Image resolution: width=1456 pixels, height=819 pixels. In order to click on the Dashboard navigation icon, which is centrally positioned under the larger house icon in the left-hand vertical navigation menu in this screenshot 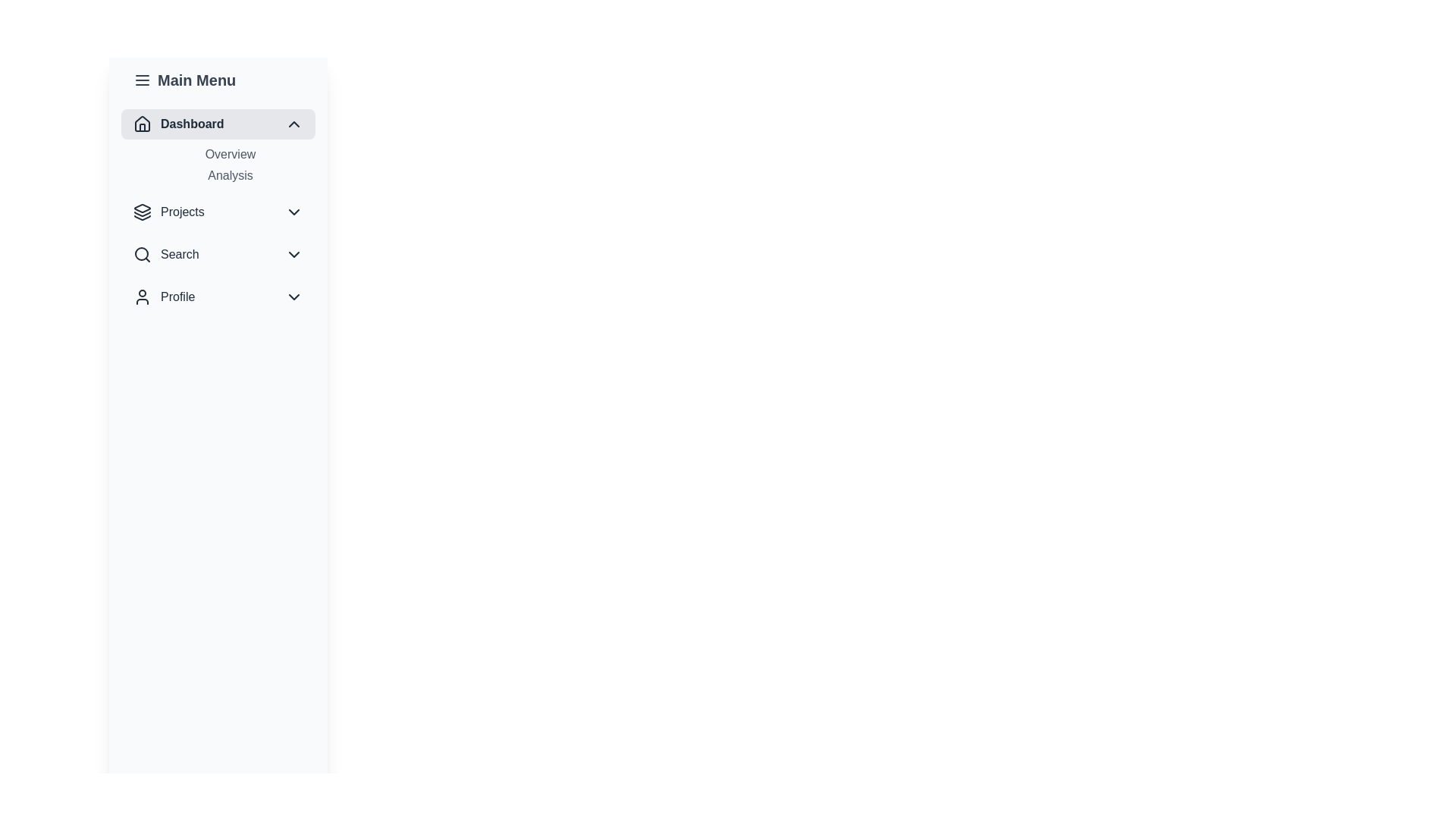, I will do `click(142, 122)`.